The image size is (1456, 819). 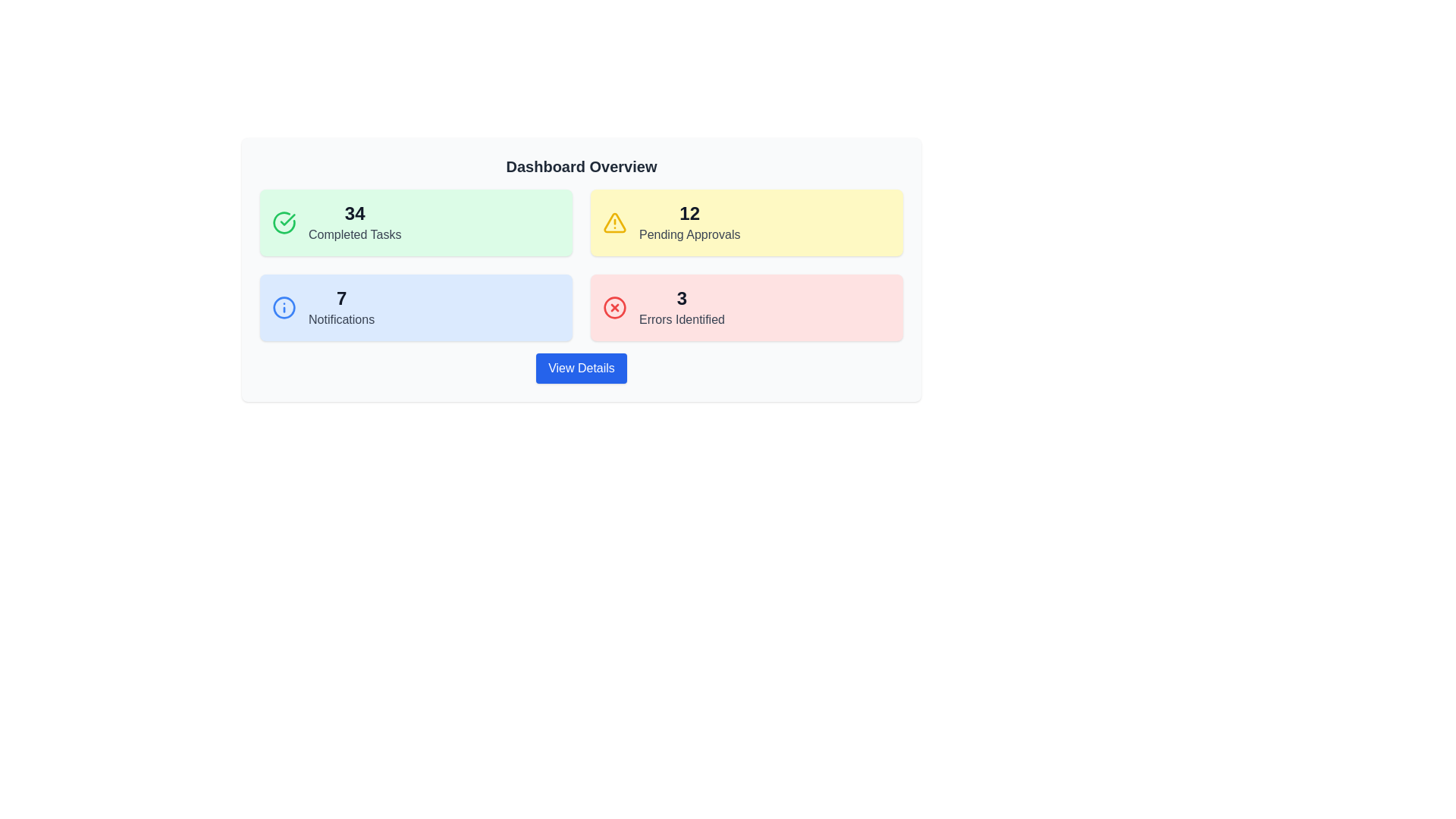 I want to click on the yellow triangular icon with an exclamation mark, located on the left of the '12 Pending Approvals' text in the dashboard card, so click(x=615, y=222).